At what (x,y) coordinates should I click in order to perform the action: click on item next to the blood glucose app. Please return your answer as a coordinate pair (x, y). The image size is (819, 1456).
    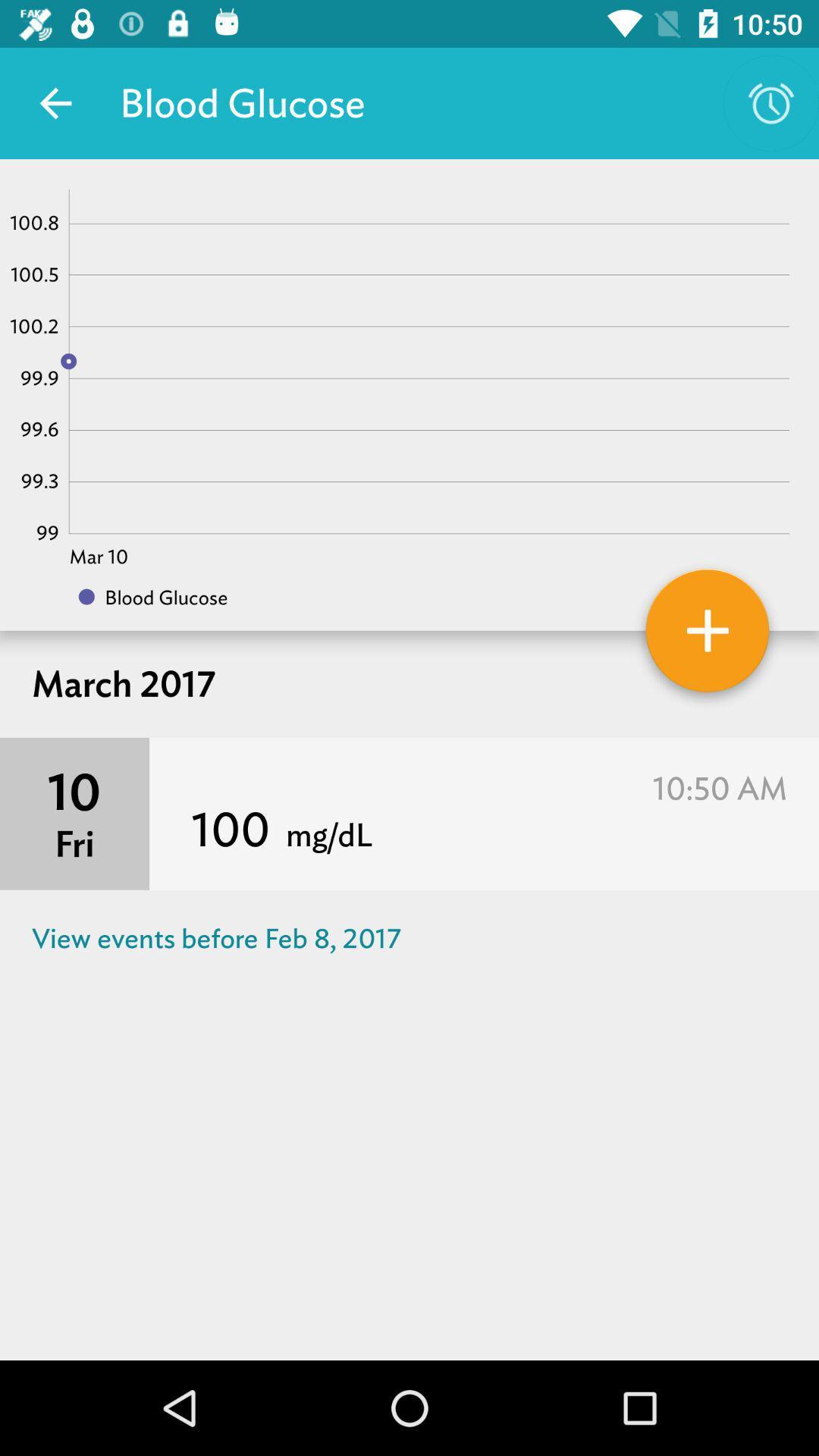
    Looking at the image, I should click on (55, 102).